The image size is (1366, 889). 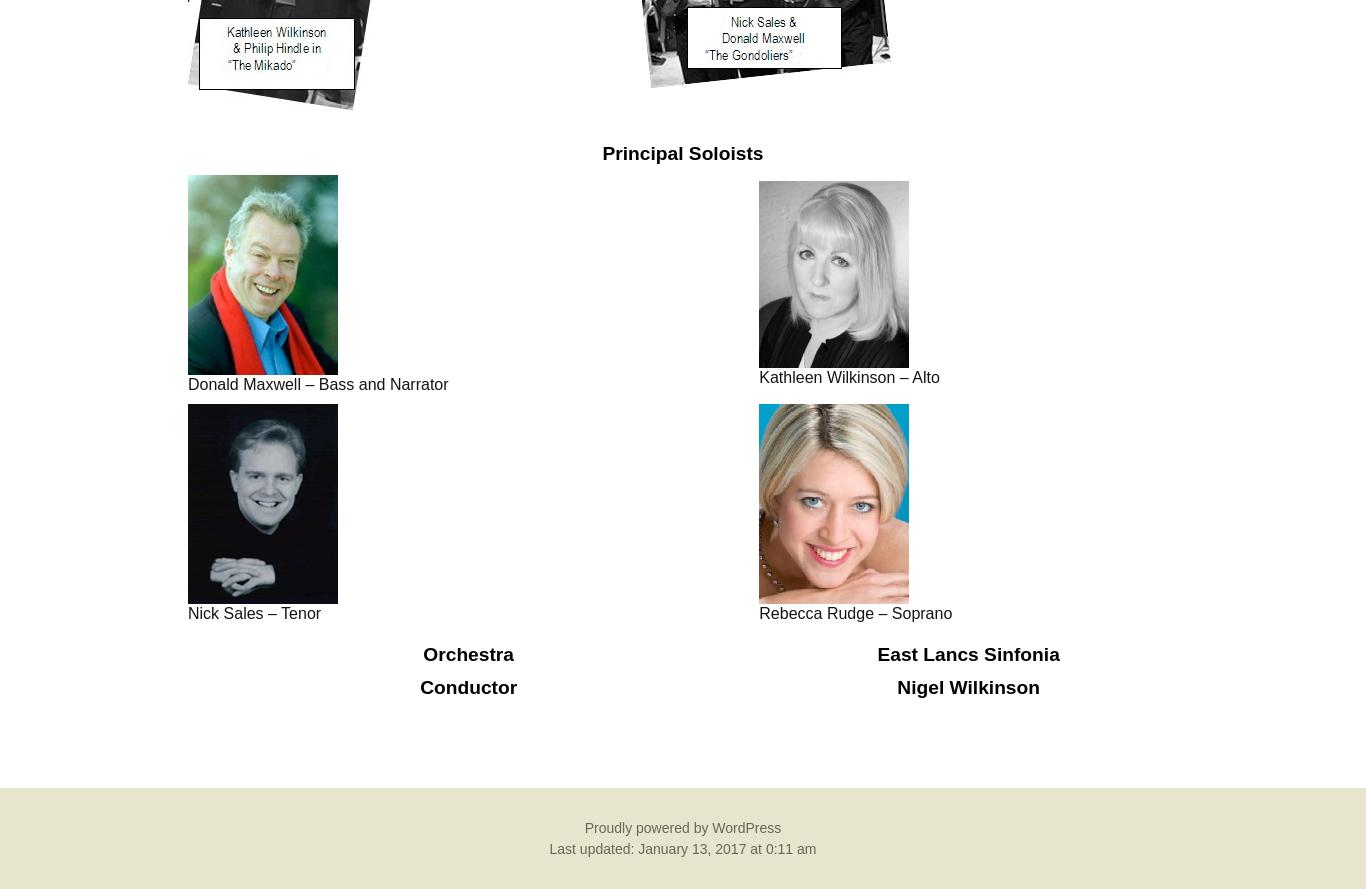 What do you see at coordinates (854, 611) in the screenshot?
I see `'Rebecca Rudge – Soprano'` at bounding box center [854, 611].